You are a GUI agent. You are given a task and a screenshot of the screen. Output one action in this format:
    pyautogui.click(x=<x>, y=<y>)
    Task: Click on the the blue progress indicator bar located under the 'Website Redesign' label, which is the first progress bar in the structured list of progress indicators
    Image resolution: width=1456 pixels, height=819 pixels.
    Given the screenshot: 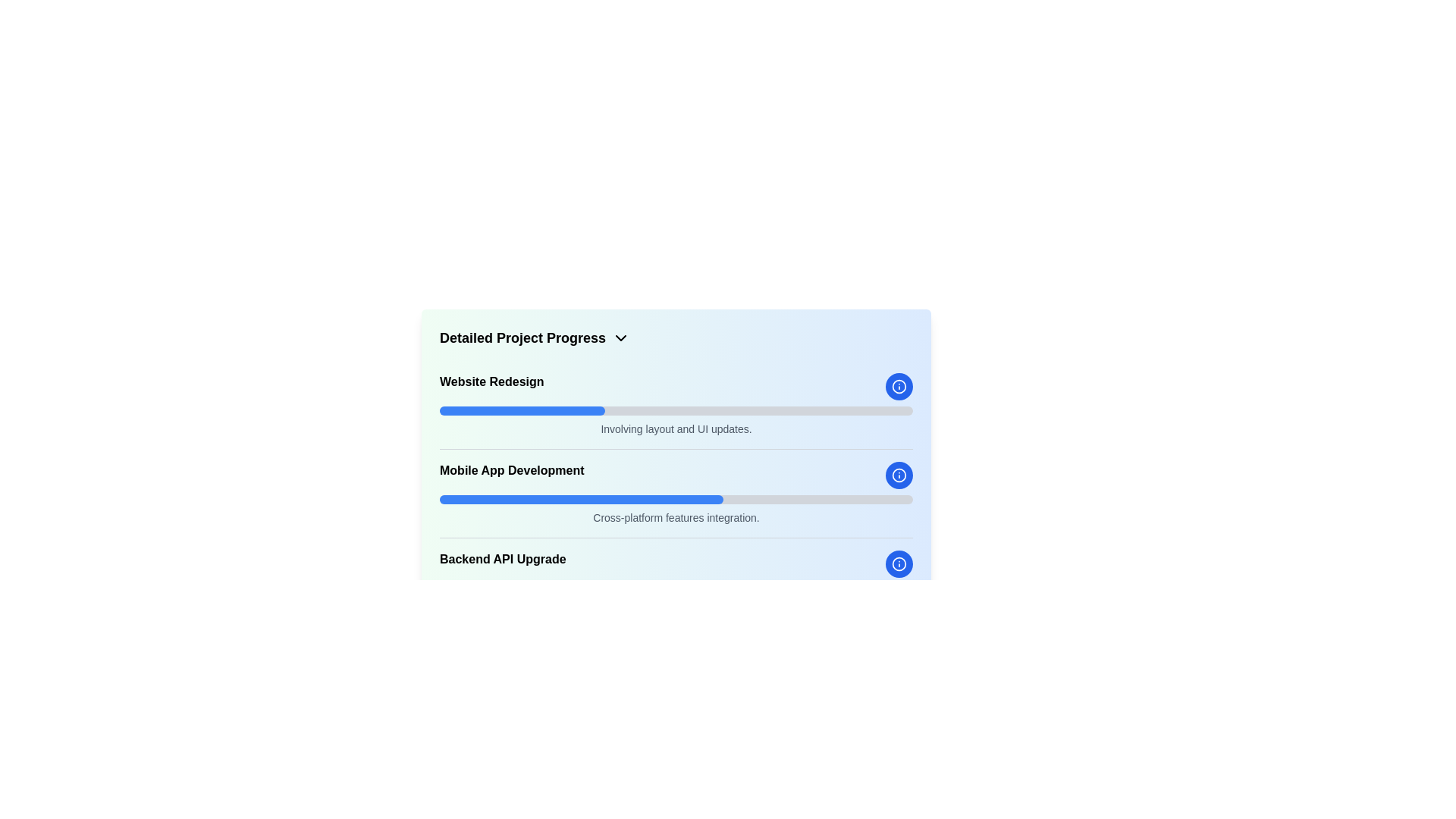 What is the action you would take?
    pyautogui.click(x=522, y=411)
    